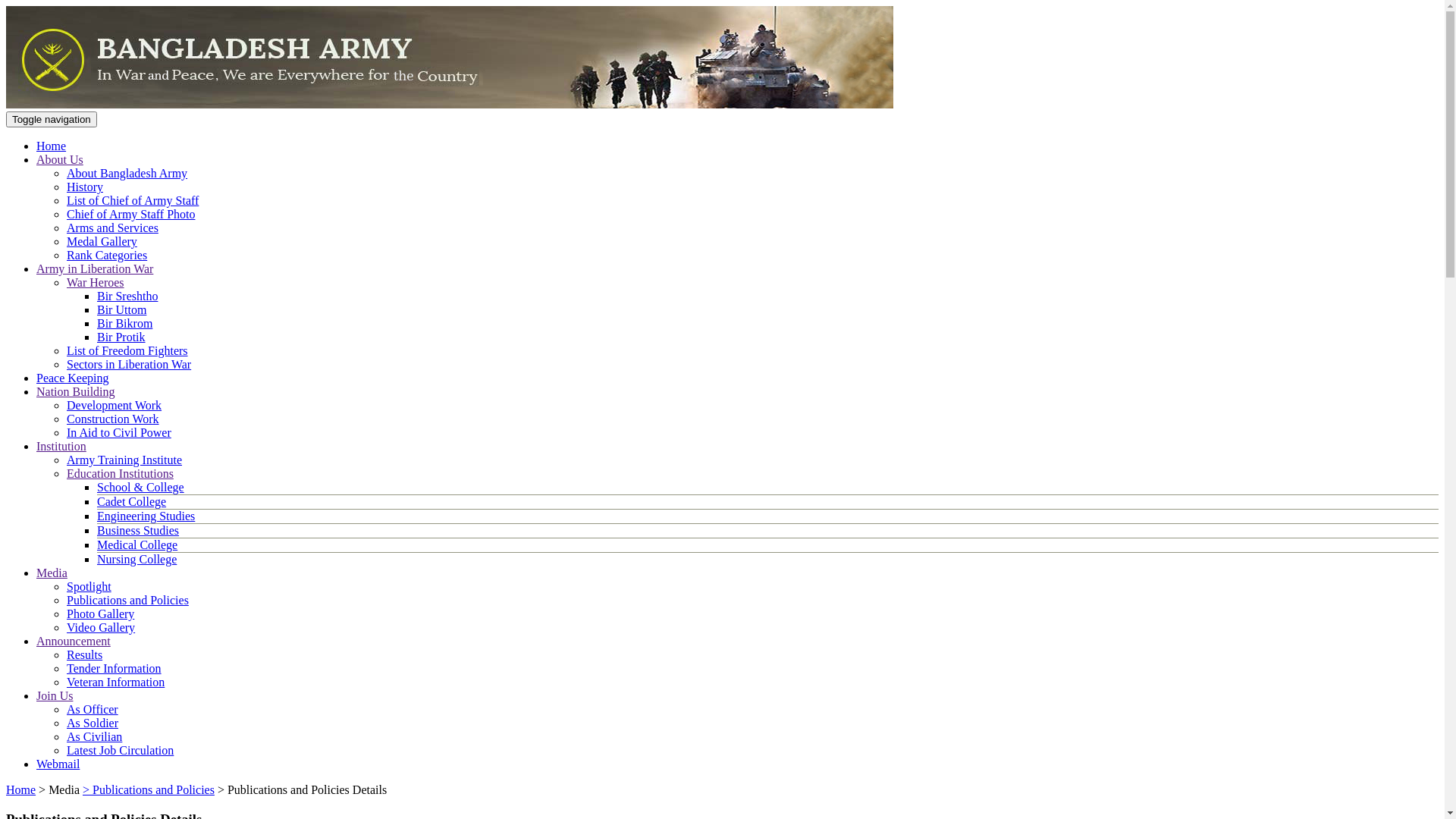 The image size is (1456, 819). What do you see at coordinates (127, 350) in the screenshot?
I see `'List of Freedom Fighters'` at bounding box center [127, 350].